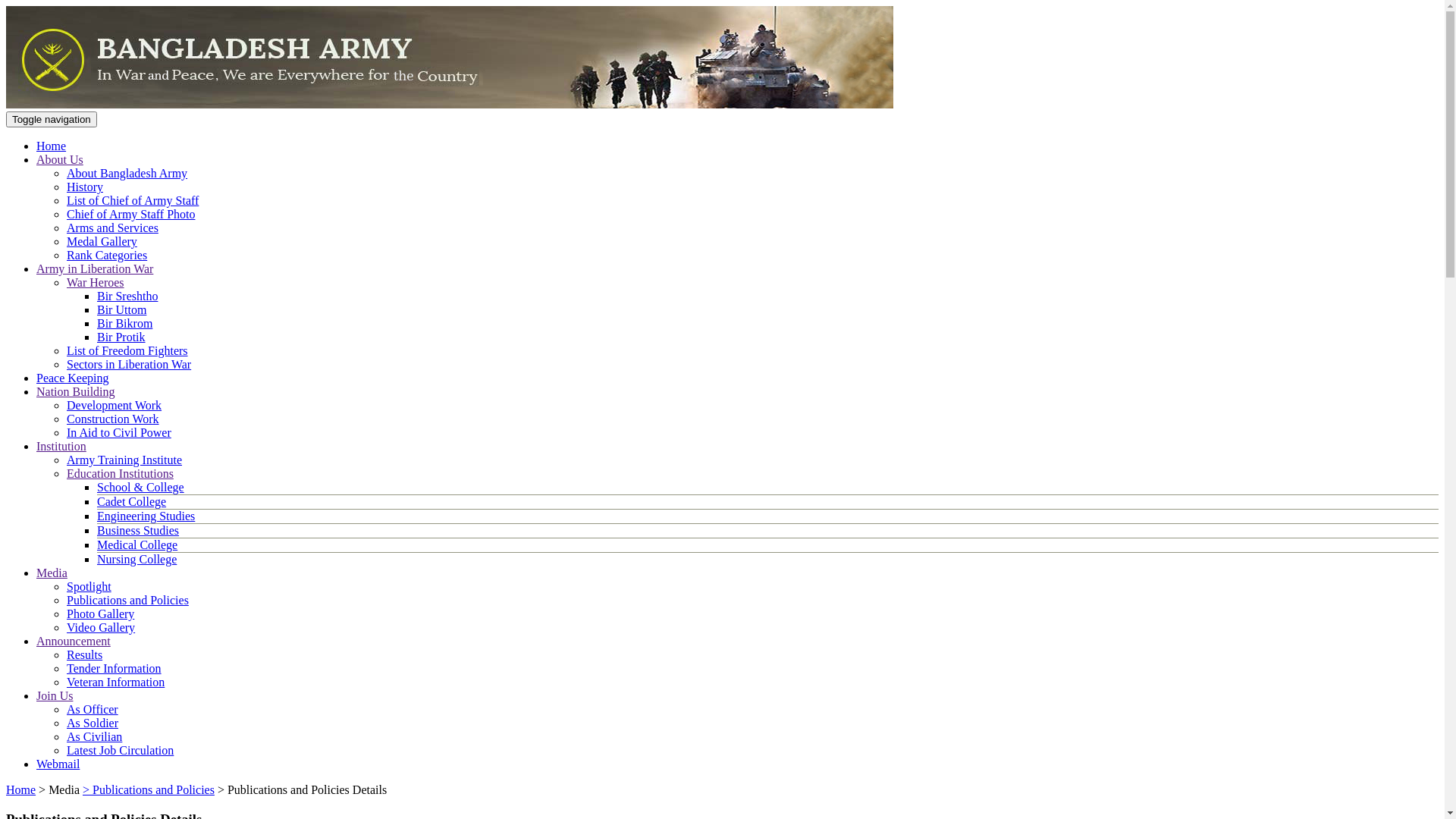 The image size is (1456, 819). What do you see at coordinates (127, 350) in the screenshot?
I see `'List of Freedom Fighters'` at bounding box center [127, 350].